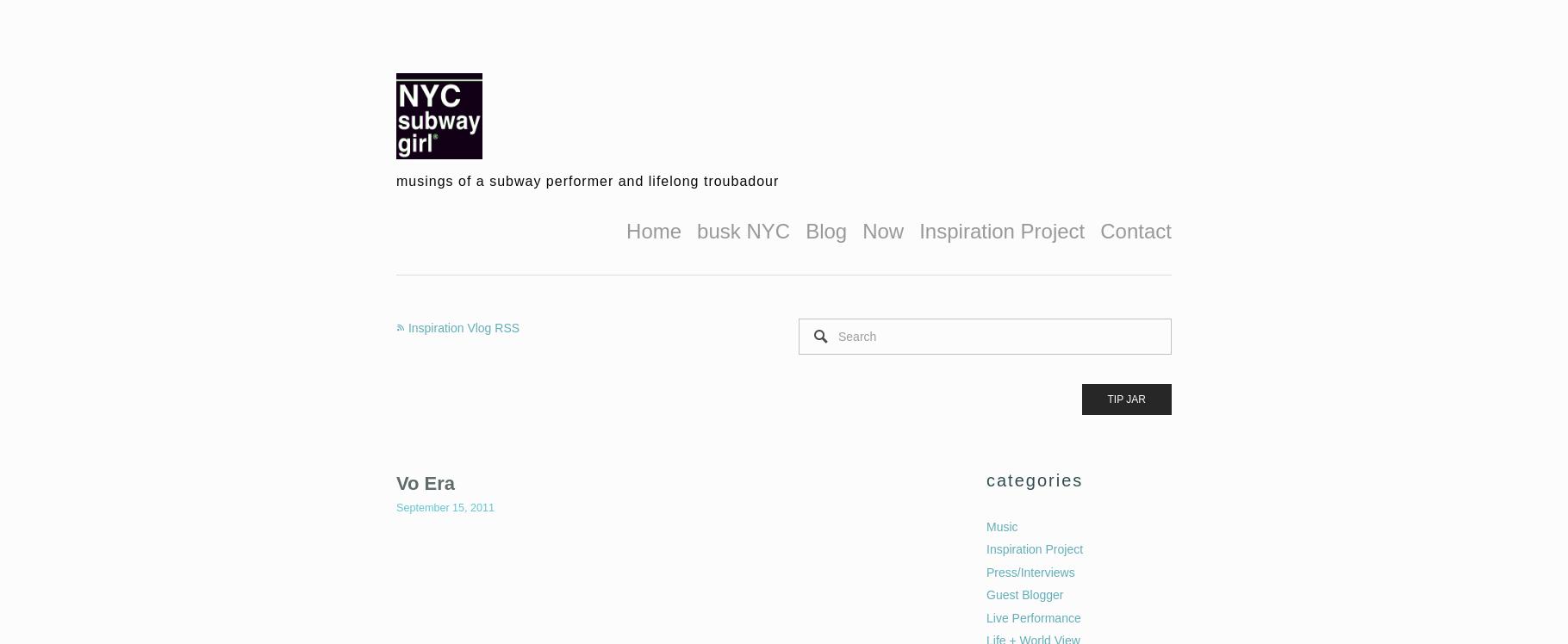  Describe the element at coordinates (463, 326) in the screenshot. I see `'Inspiration Vlog RSS'` at that location.